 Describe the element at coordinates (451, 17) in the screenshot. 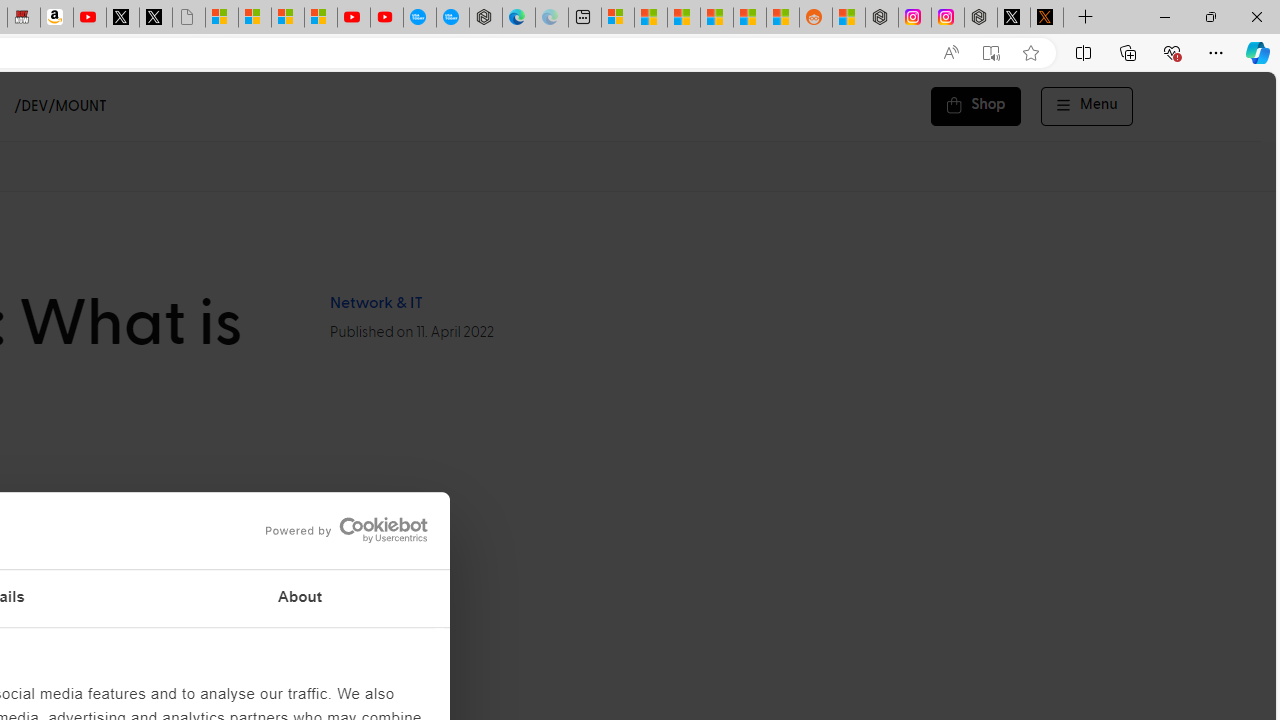

I see `'The most popular Google '` at that location.